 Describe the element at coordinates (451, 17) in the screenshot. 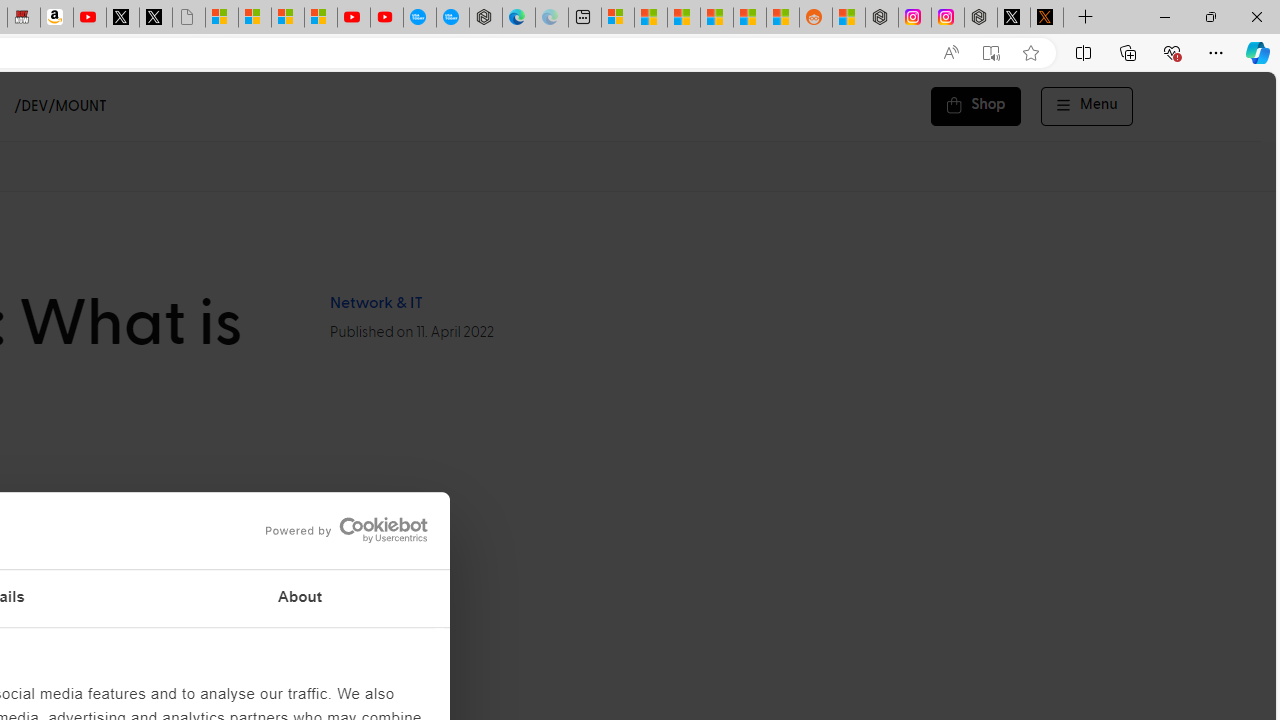

I see `'The most popular Google '` at that location.